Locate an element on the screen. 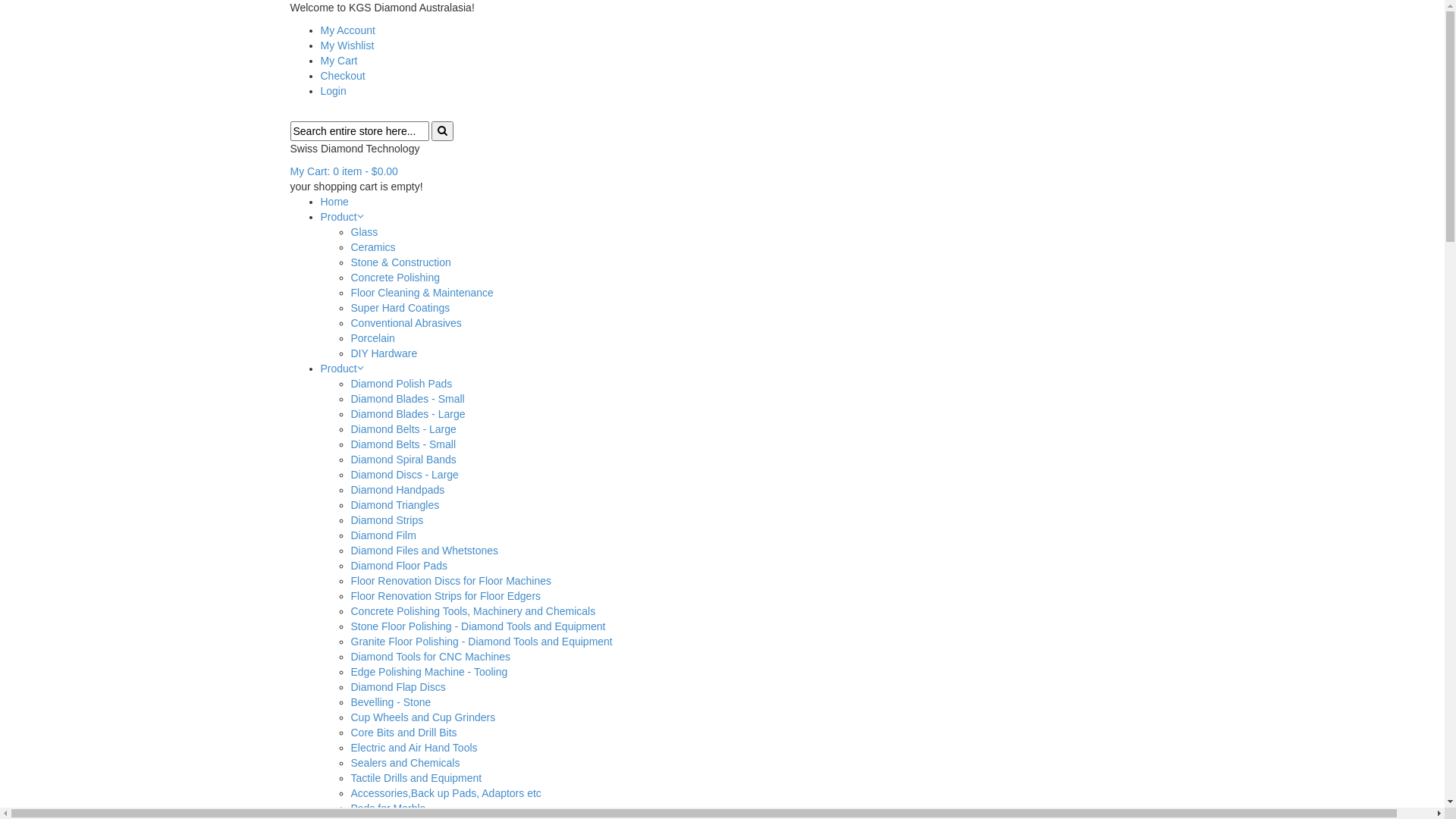  'Glass' is located at coordinates (364, 231).